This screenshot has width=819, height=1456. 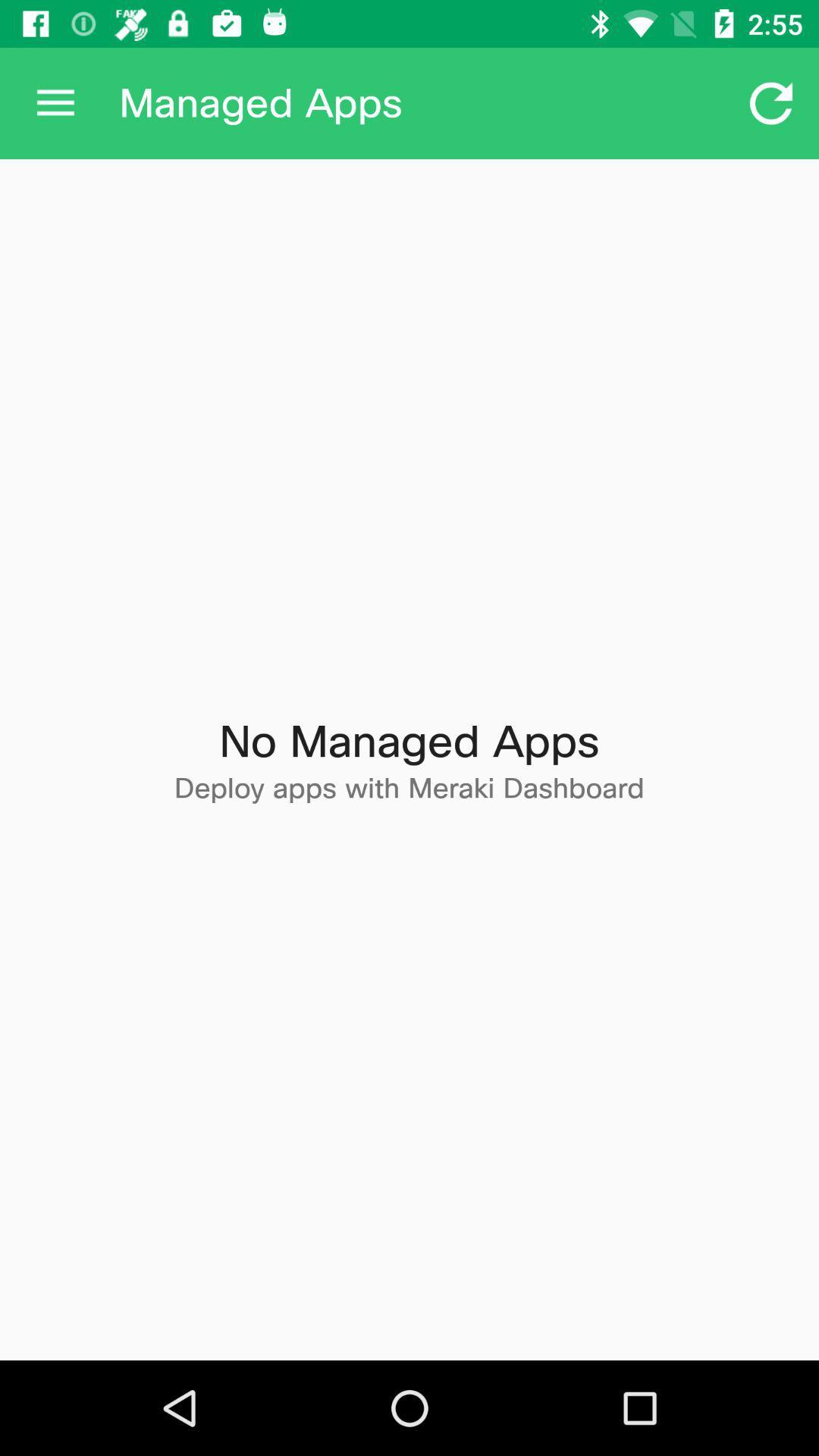 What do you see at coordinates (771, 102) in the screenshot?
I see `app next to the managed apps item` at bounding box center [771, 102].